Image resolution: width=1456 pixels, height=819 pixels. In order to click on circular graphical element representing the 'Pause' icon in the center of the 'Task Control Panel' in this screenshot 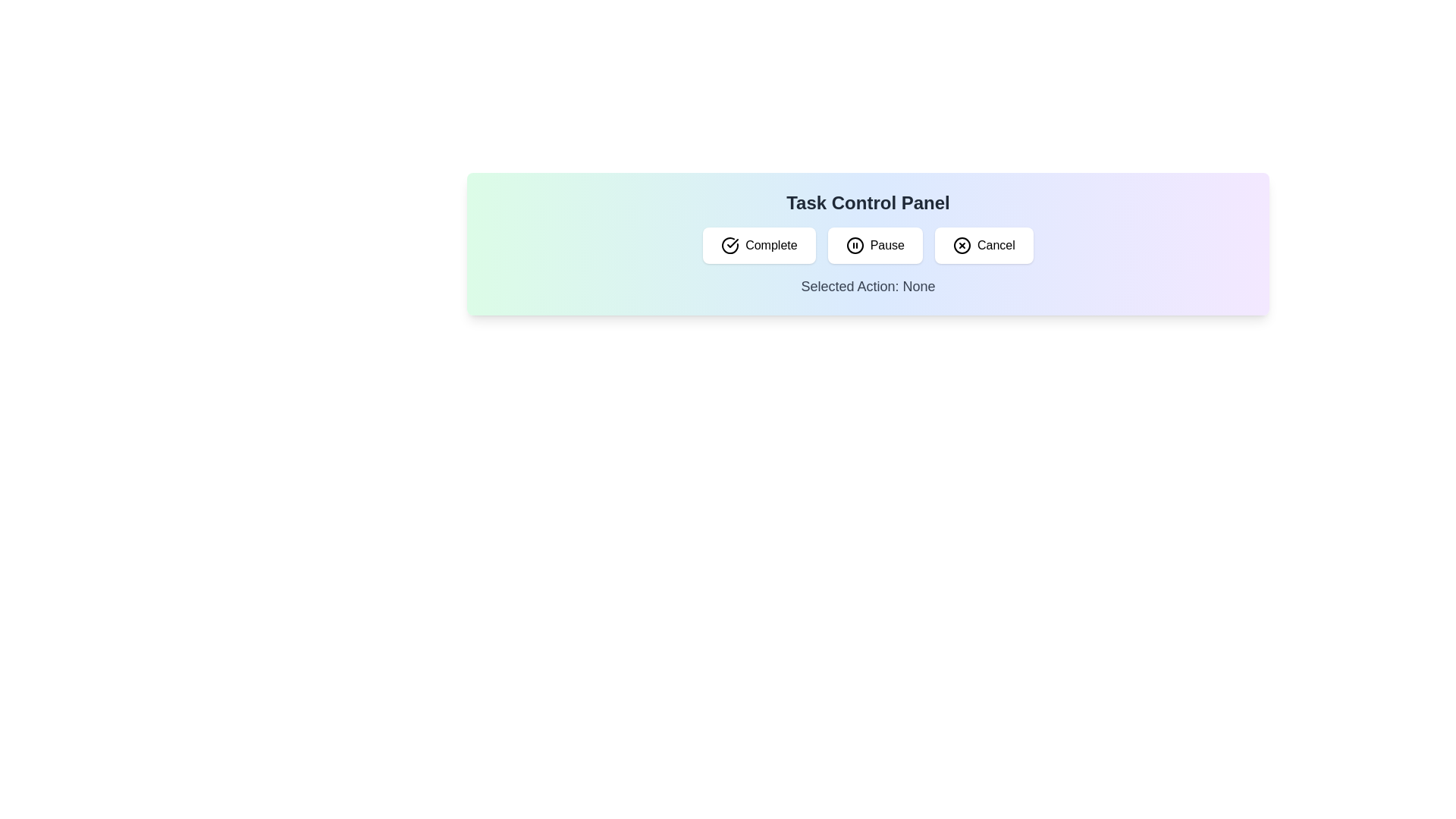, I will do `click(855, 245)`.